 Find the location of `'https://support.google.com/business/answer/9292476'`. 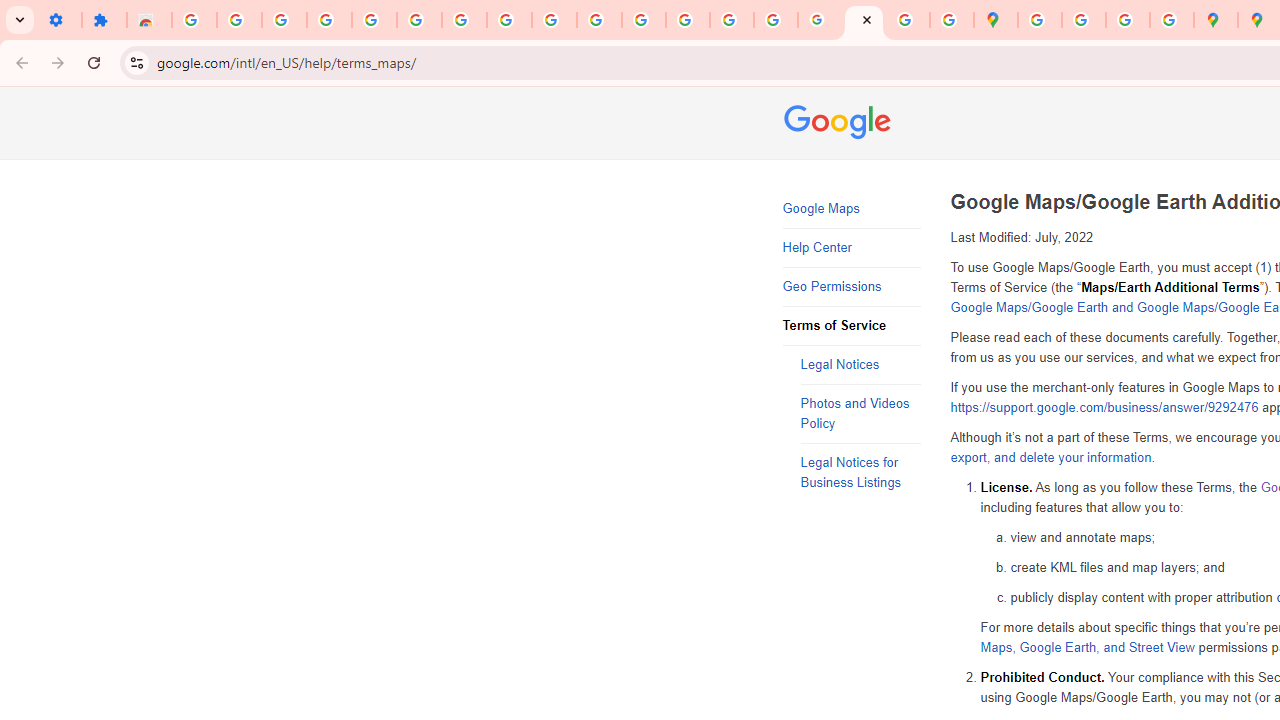

'https://support.google.com/business/answer/9292476' is located at coordinates (1103, 407).